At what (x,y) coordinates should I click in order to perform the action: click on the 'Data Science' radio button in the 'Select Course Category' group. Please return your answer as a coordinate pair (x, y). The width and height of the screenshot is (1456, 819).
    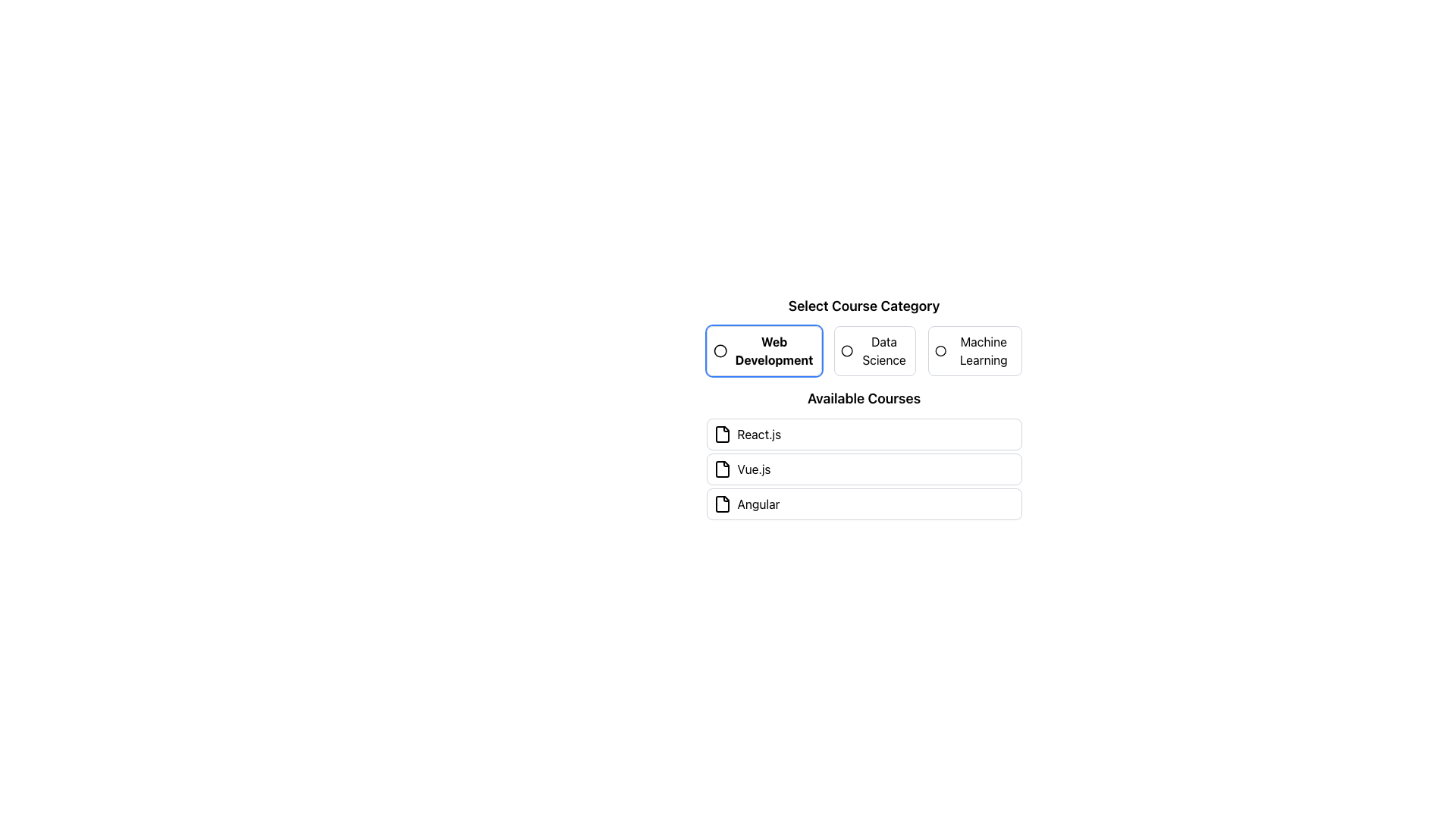
    Looking at the image, I should click on (874, 350).